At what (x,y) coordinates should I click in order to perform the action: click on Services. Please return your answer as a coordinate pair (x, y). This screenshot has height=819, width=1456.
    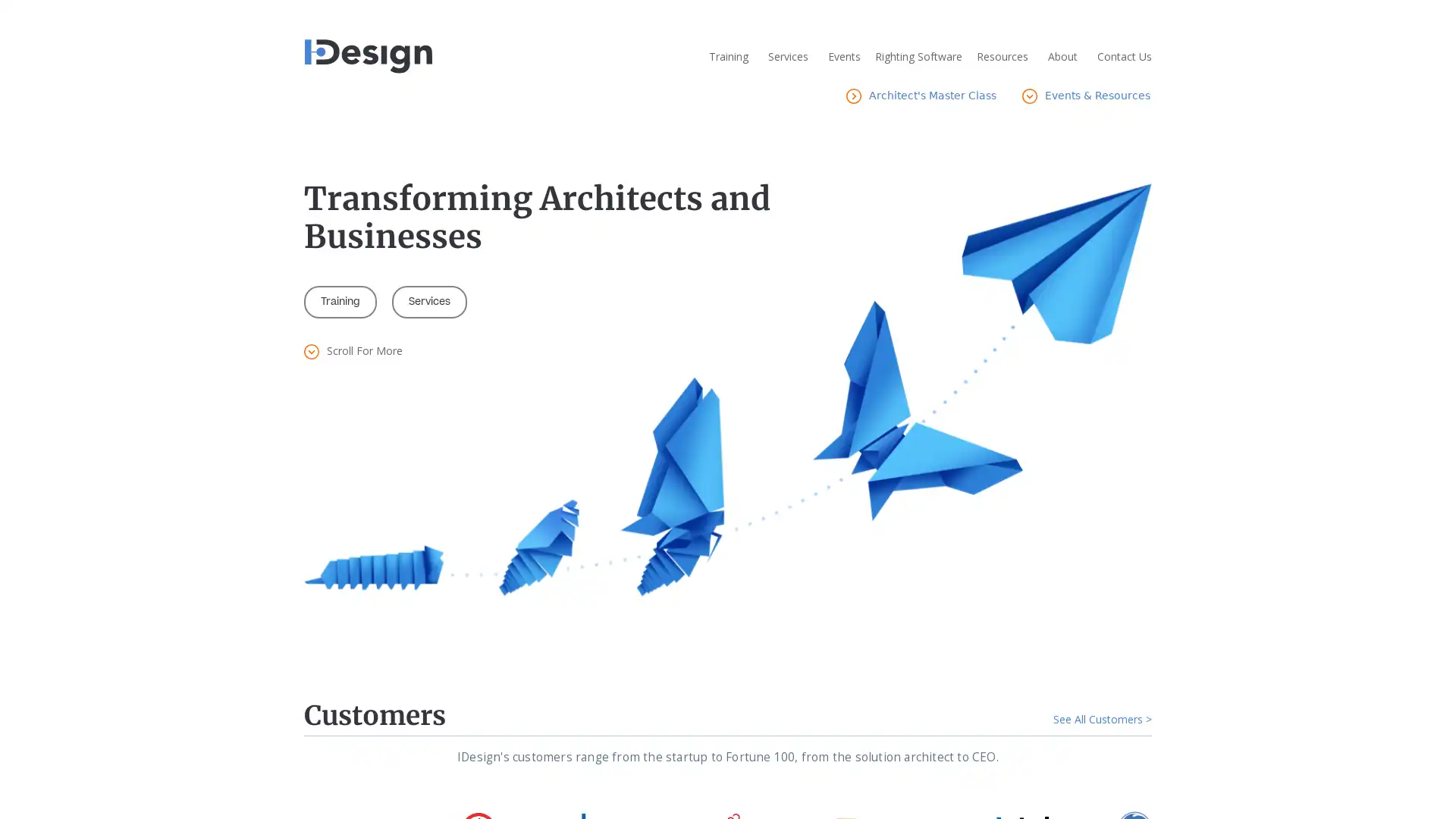
    Looking at the image, I should click on (428, 301).